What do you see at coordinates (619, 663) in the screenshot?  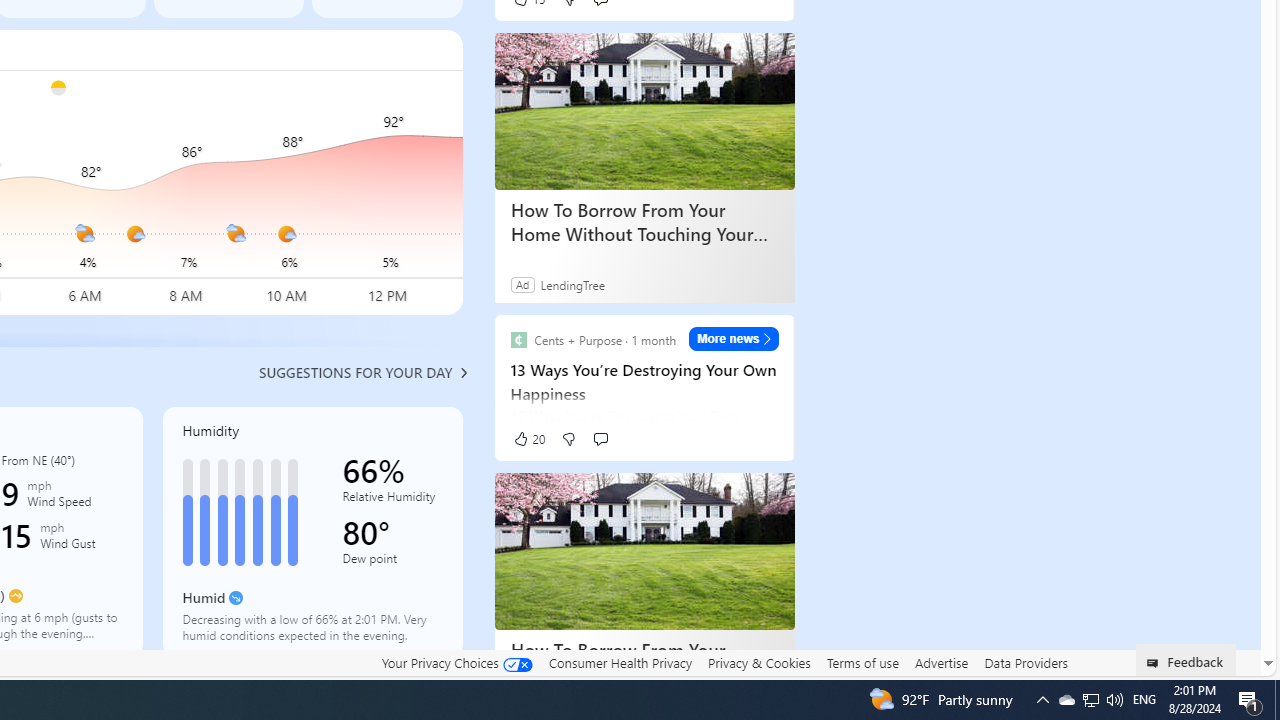 I see `'Consumer Health Privacy'` at bounding box center [619, 663].